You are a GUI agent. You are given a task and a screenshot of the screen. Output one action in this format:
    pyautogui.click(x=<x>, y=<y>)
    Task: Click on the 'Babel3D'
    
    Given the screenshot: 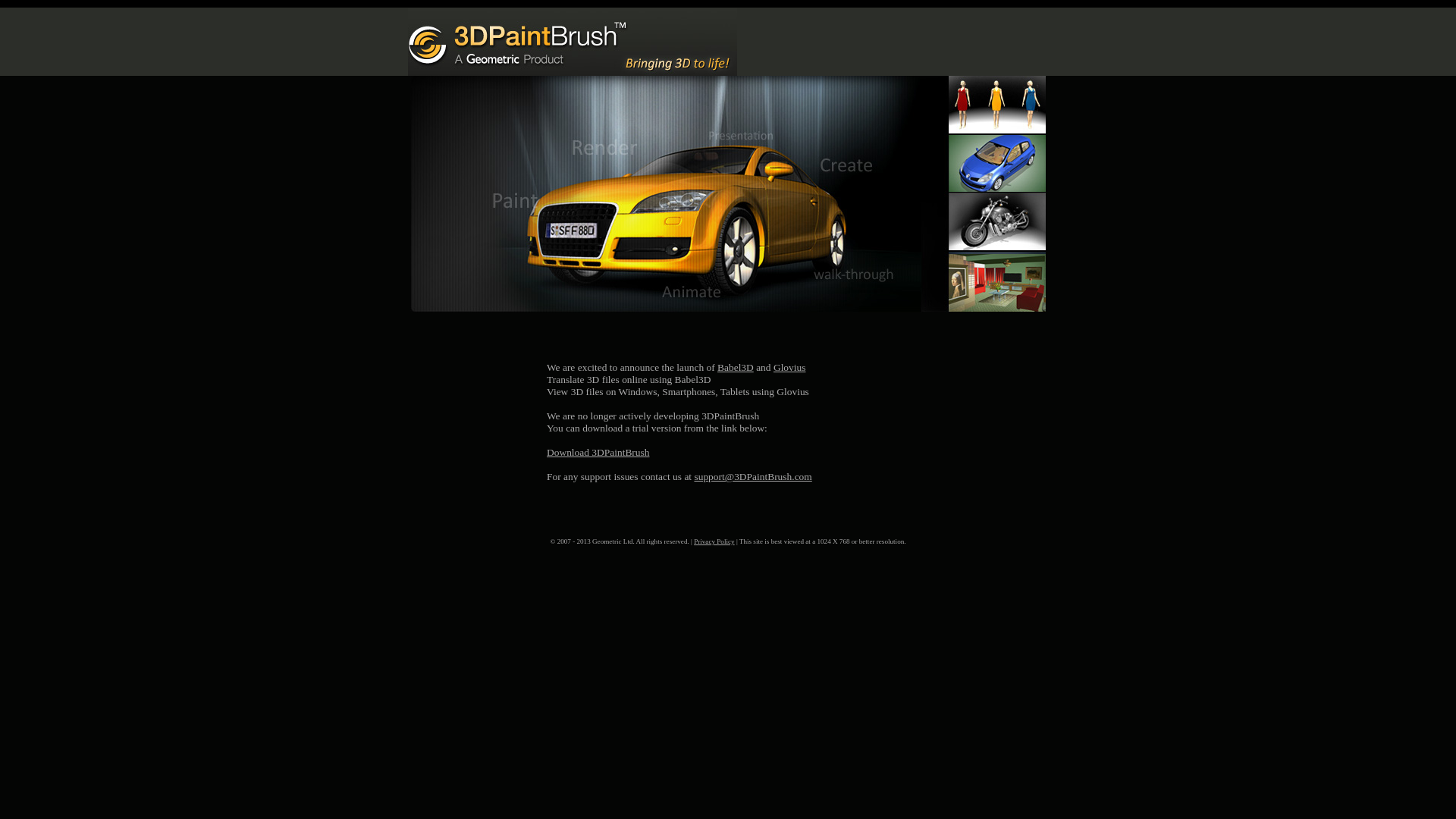 What is the action you would take?
    pyautogui.click(x=735, y=367)
    